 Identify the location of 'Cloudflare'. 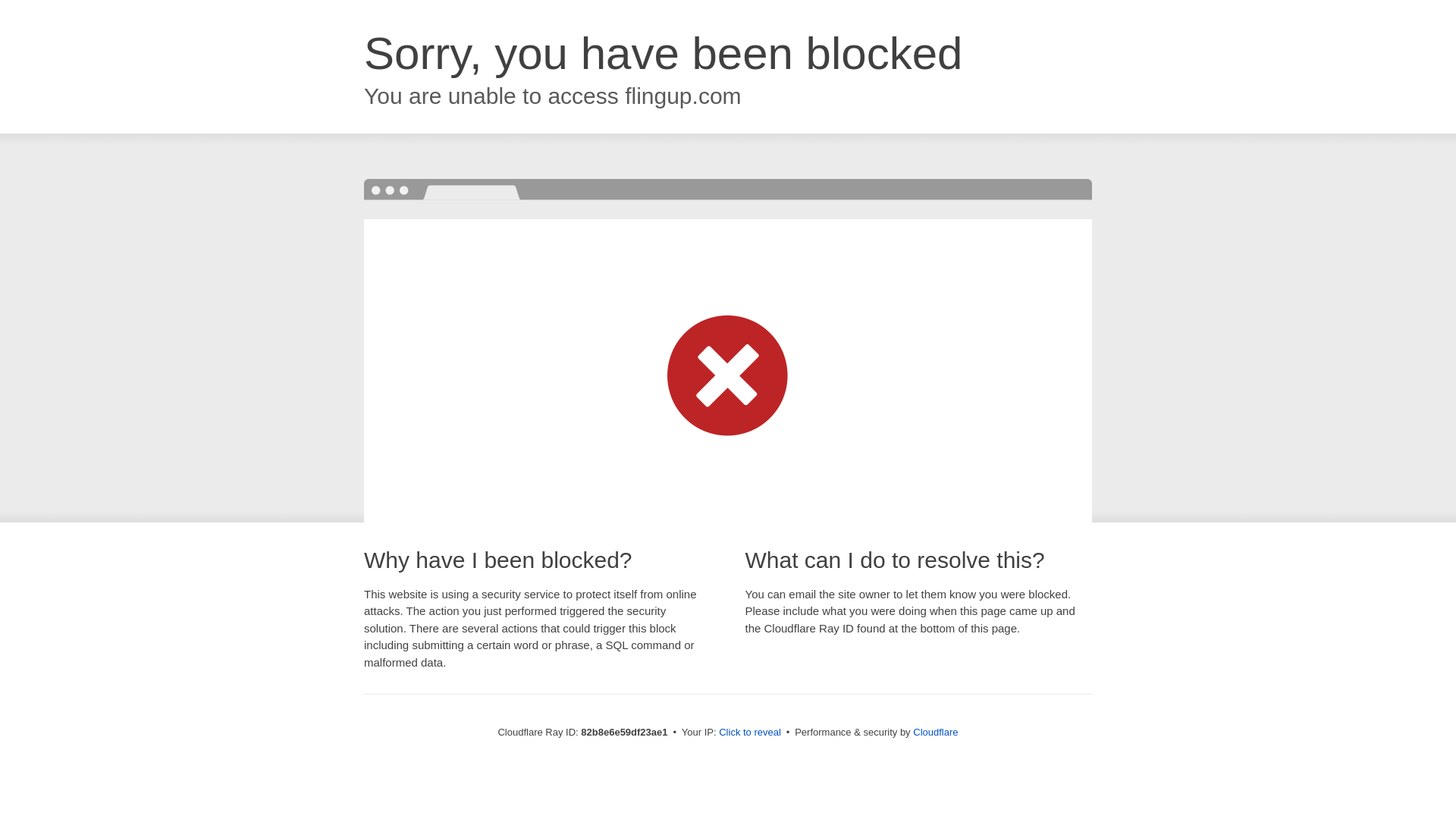
(934, 731).